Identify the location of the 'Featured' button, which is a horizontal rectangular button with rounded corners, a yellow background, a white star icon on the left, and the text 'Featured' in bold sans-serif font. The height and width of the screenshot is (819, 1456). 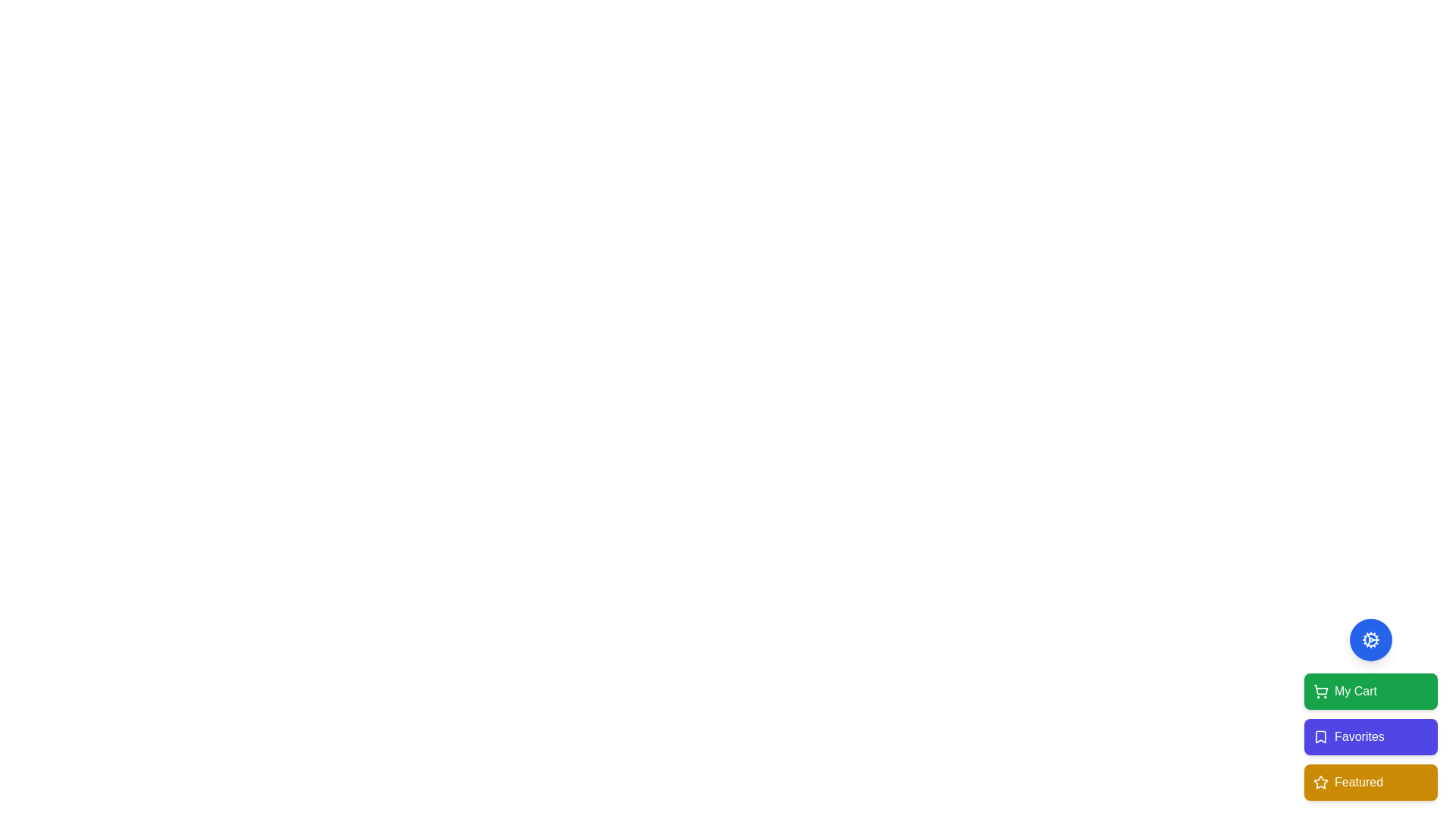
(1371, 783).